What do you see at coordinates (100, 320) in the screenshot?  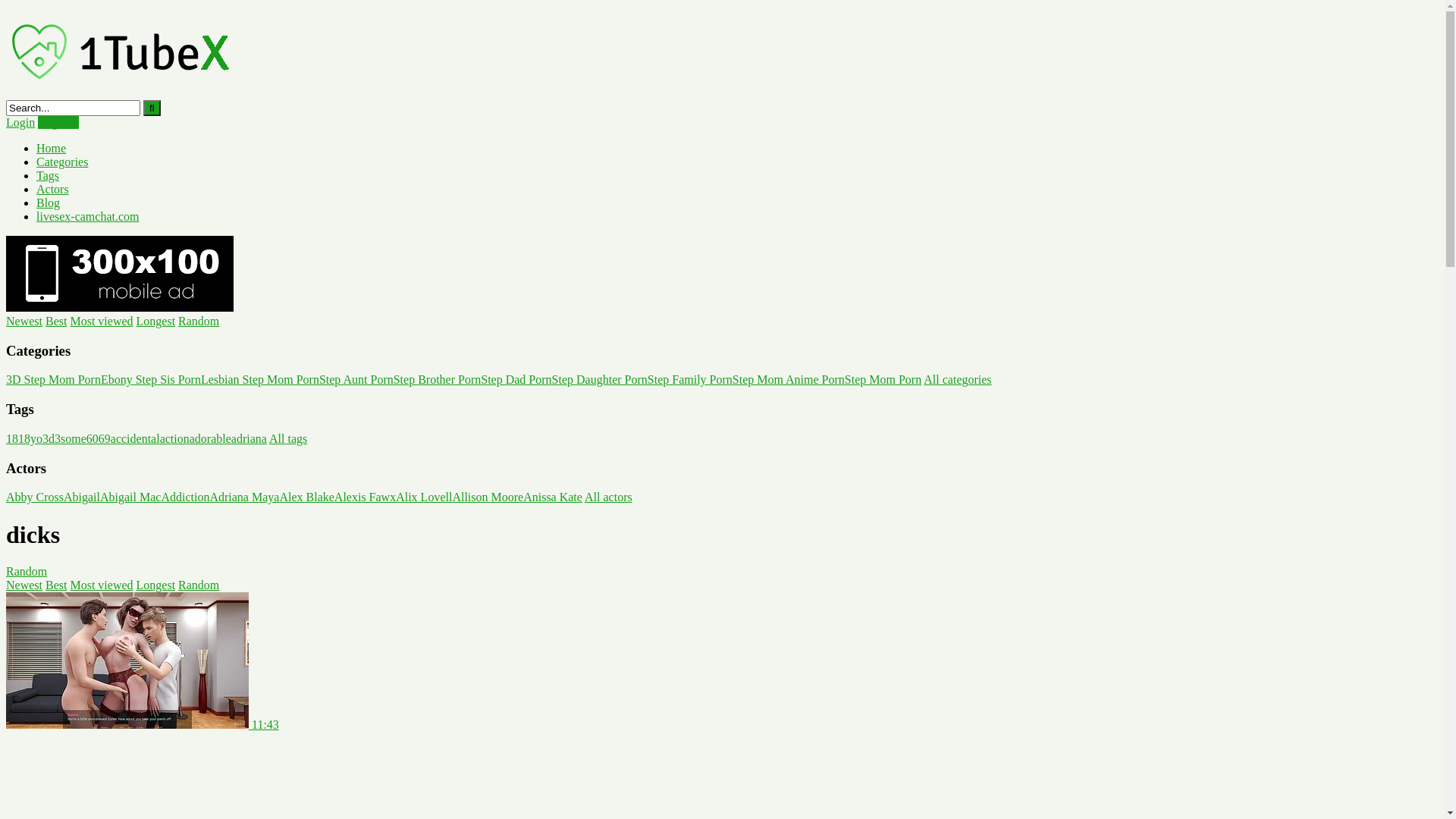 I see `'Most viewed'` at bounding box center [100, 320].